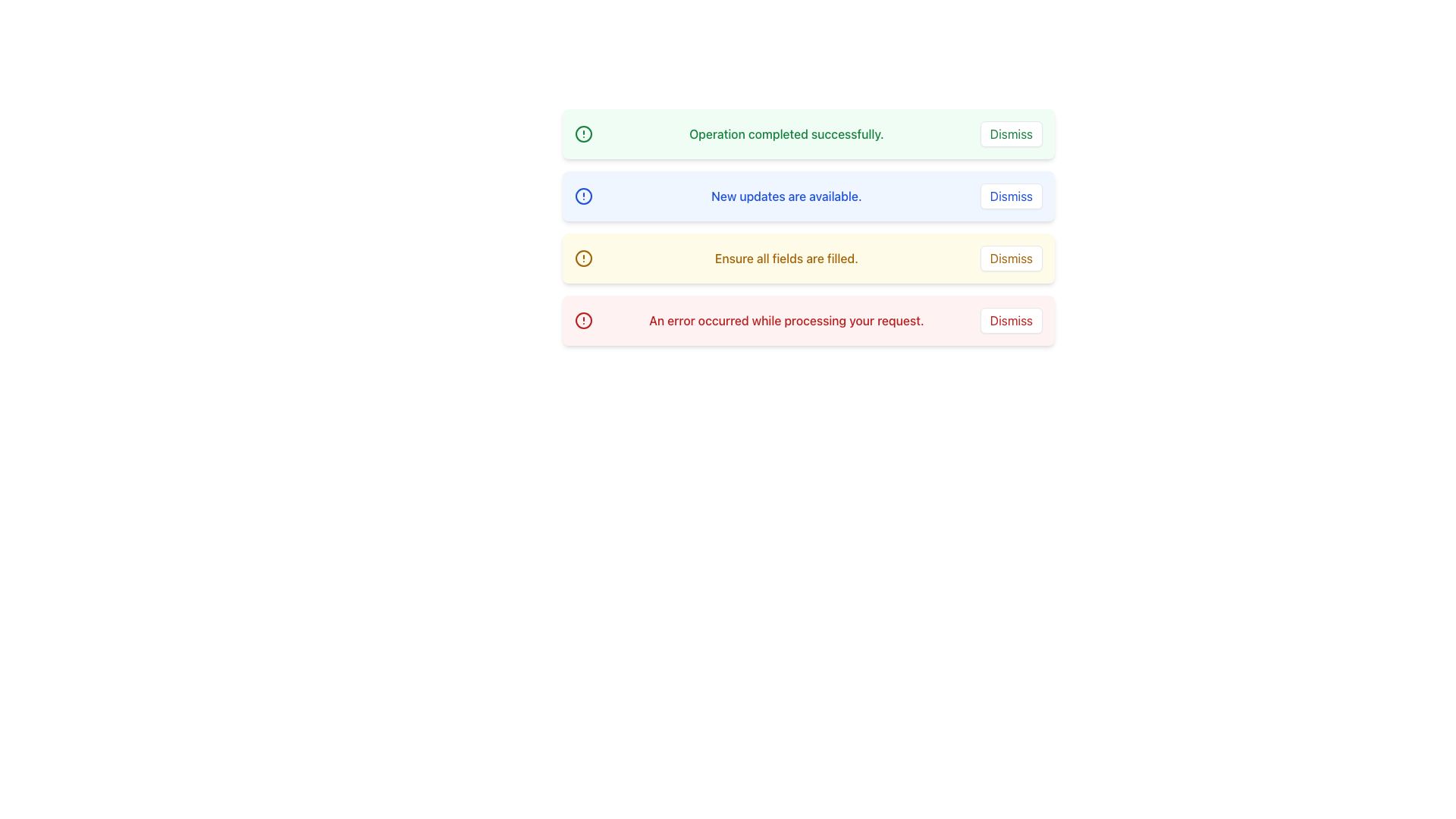 Image resolution: width=1456 pixels, height=819 pixels. I want to click on the Text Label displaying an error message located inside a notification card at the bottom of a vertically stacked list, adjacent to the 'Dismiss' button, so click(786, 320).